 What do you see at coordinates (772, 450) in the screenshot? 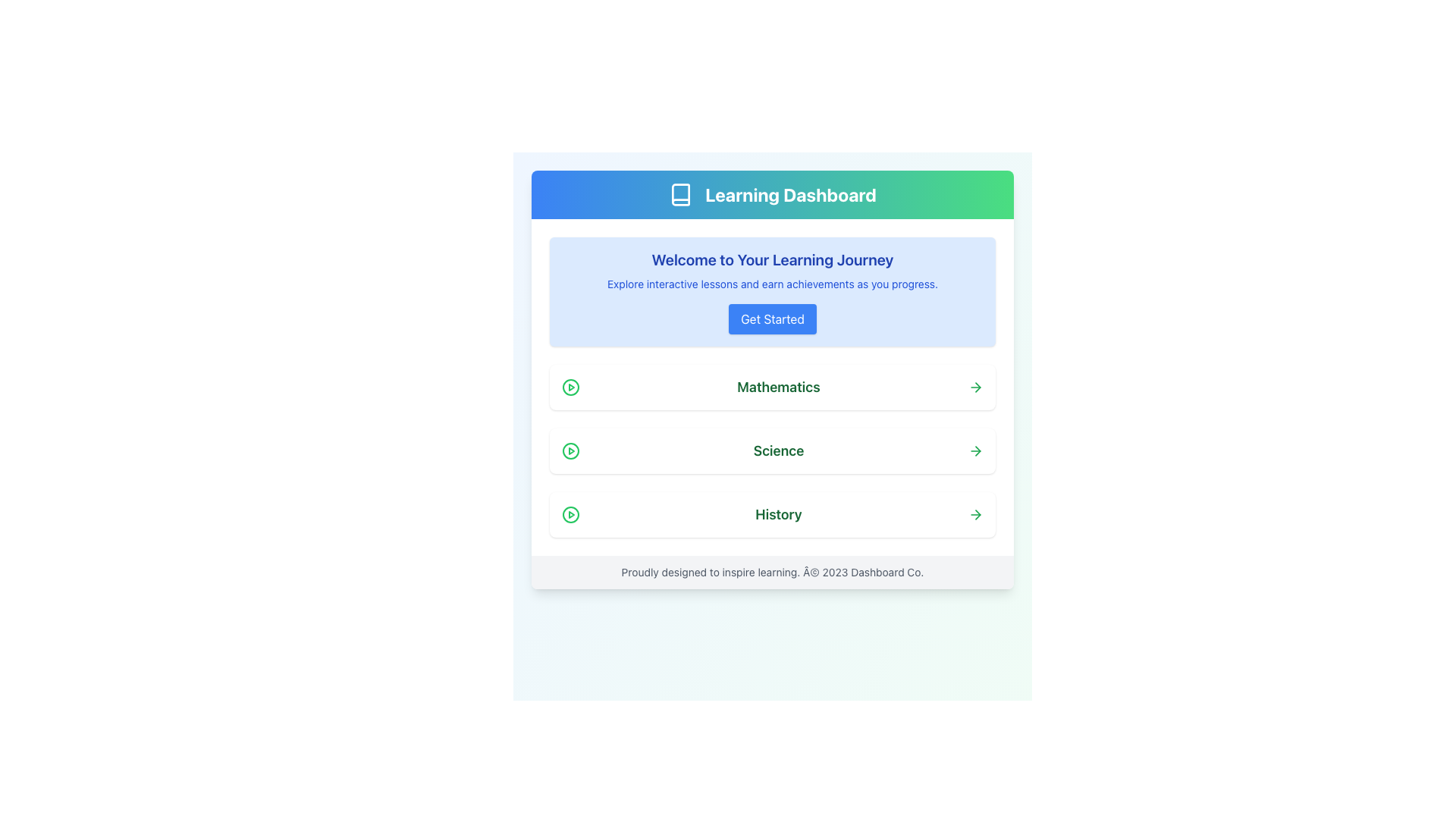
I see `the 'Science' button, which is a rectangular segment with rounded corners, featuring a green play icon on the left, bold green text in the center, and a green rightward arrow icon on the right, located in the middle of a vertical list on the learning dashboard interface` at bounding box center [772, 450].